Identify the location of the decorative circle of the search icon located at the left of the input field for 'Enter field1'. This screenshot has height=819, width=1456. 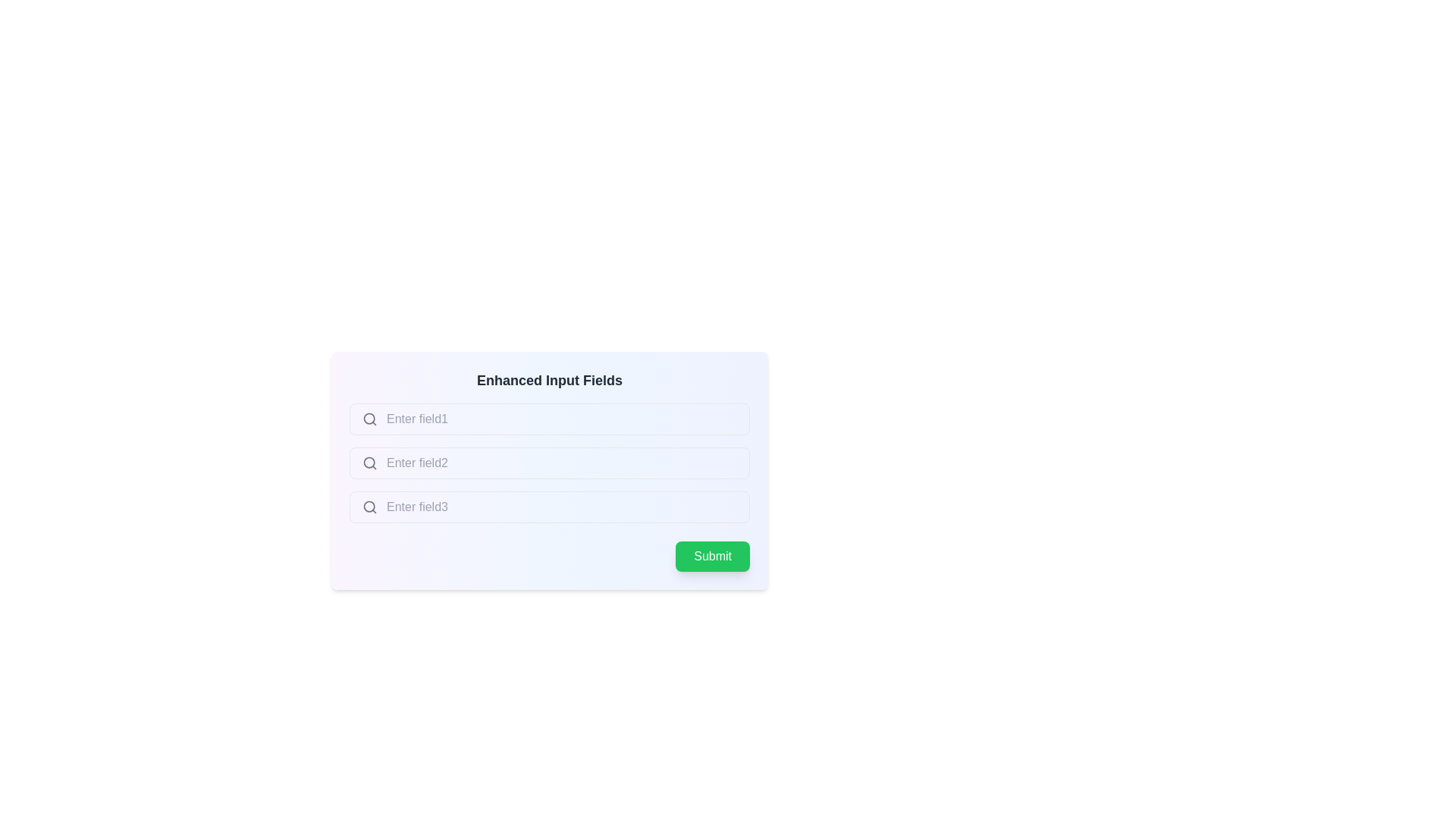
(369, 419).